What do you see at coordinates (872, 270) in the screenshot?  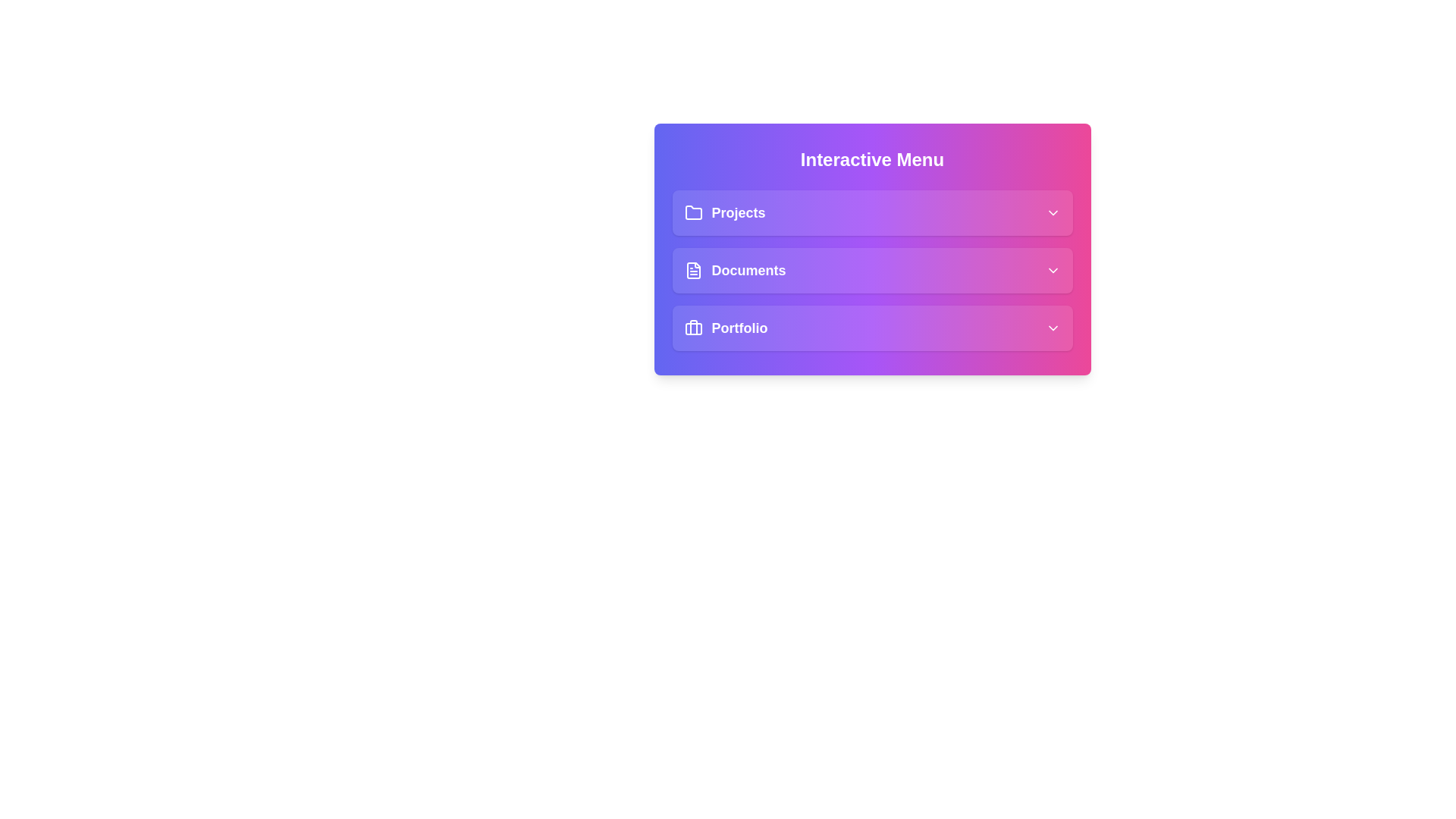 I see `the 'Documents' menu option` at bounding box center [872, 270].